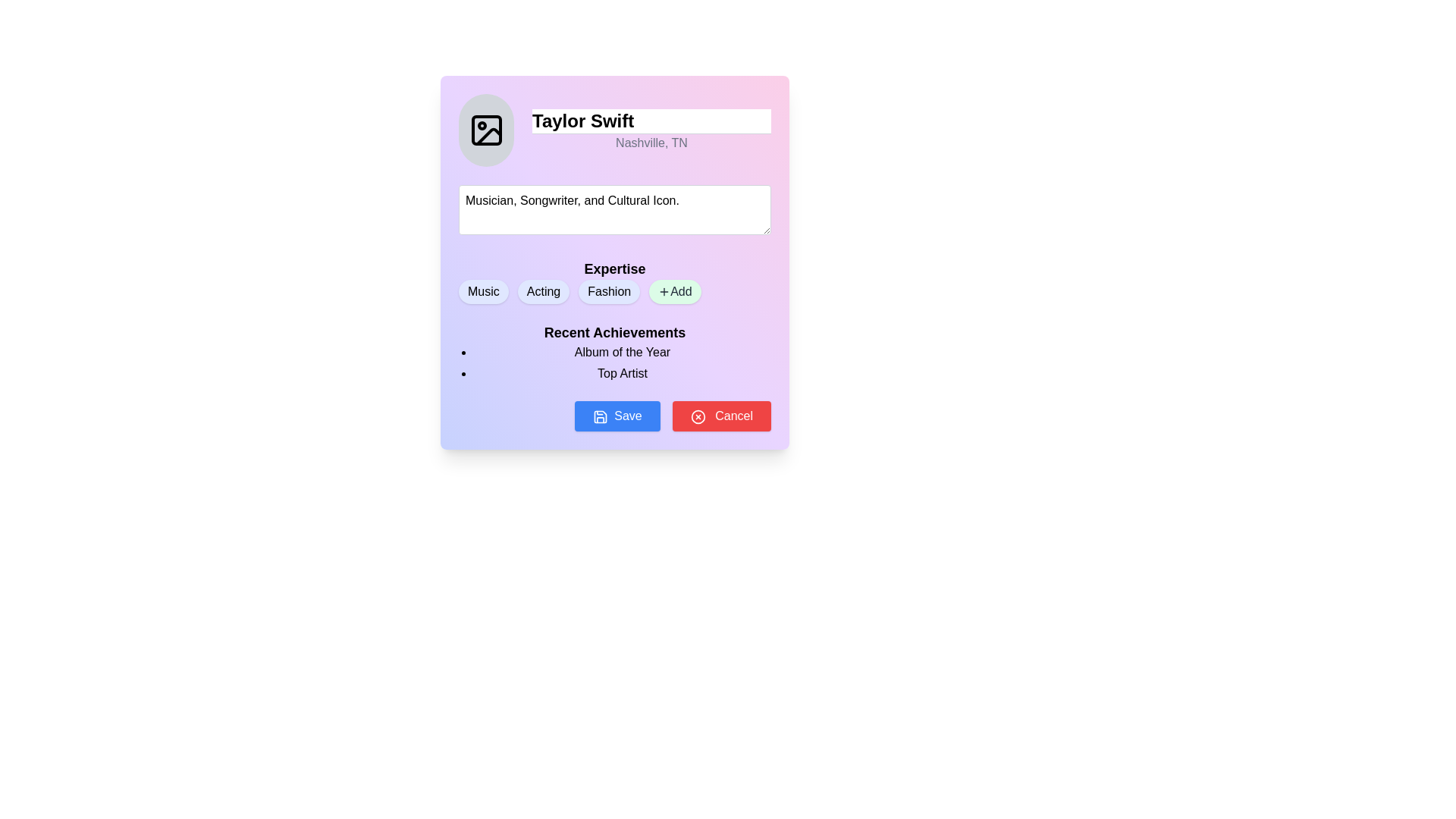 This screenshot has height=819, width=1456. What do you see at coordinates (615, 281) in the screenshot?
I see `the 'Fashion' label, which is the third selectable item in the 'Expertise' section of the profile card, styled with a light indigo background and white text` at bounding box center [615, 281].